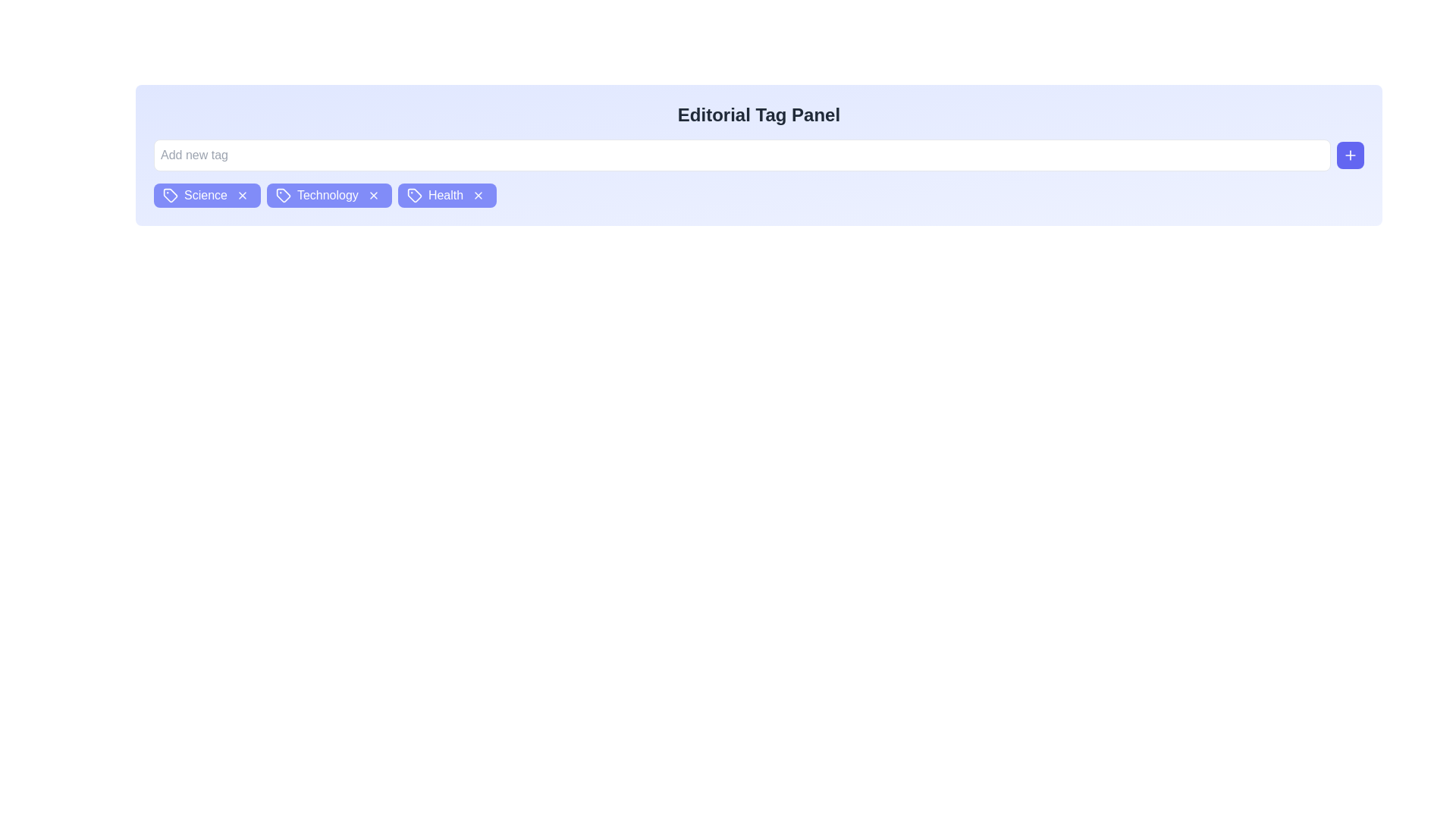  What do you see at coordinates (1350, 155) in the screenshot?
I see `the small square button with rounded corners and a white plus icon, located on the right side of the 'Add new tag' input bar in the 'Editorial Tag Panel'` at bounding box center [1350, 155].